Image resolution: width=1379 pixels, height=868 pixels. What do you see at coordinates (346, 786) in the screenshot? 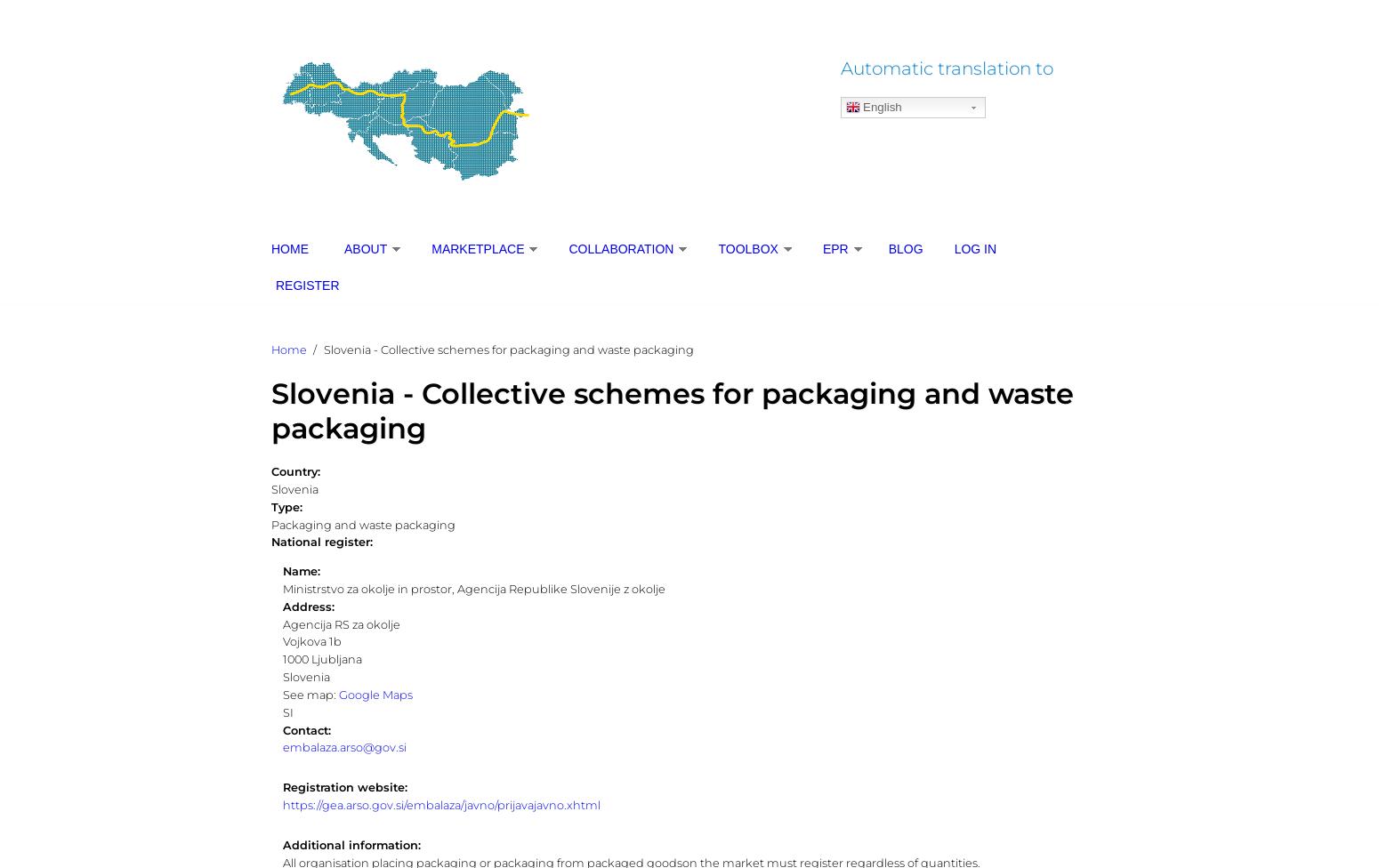
I see `'Registration website:'` at bounding box center [346, 786].